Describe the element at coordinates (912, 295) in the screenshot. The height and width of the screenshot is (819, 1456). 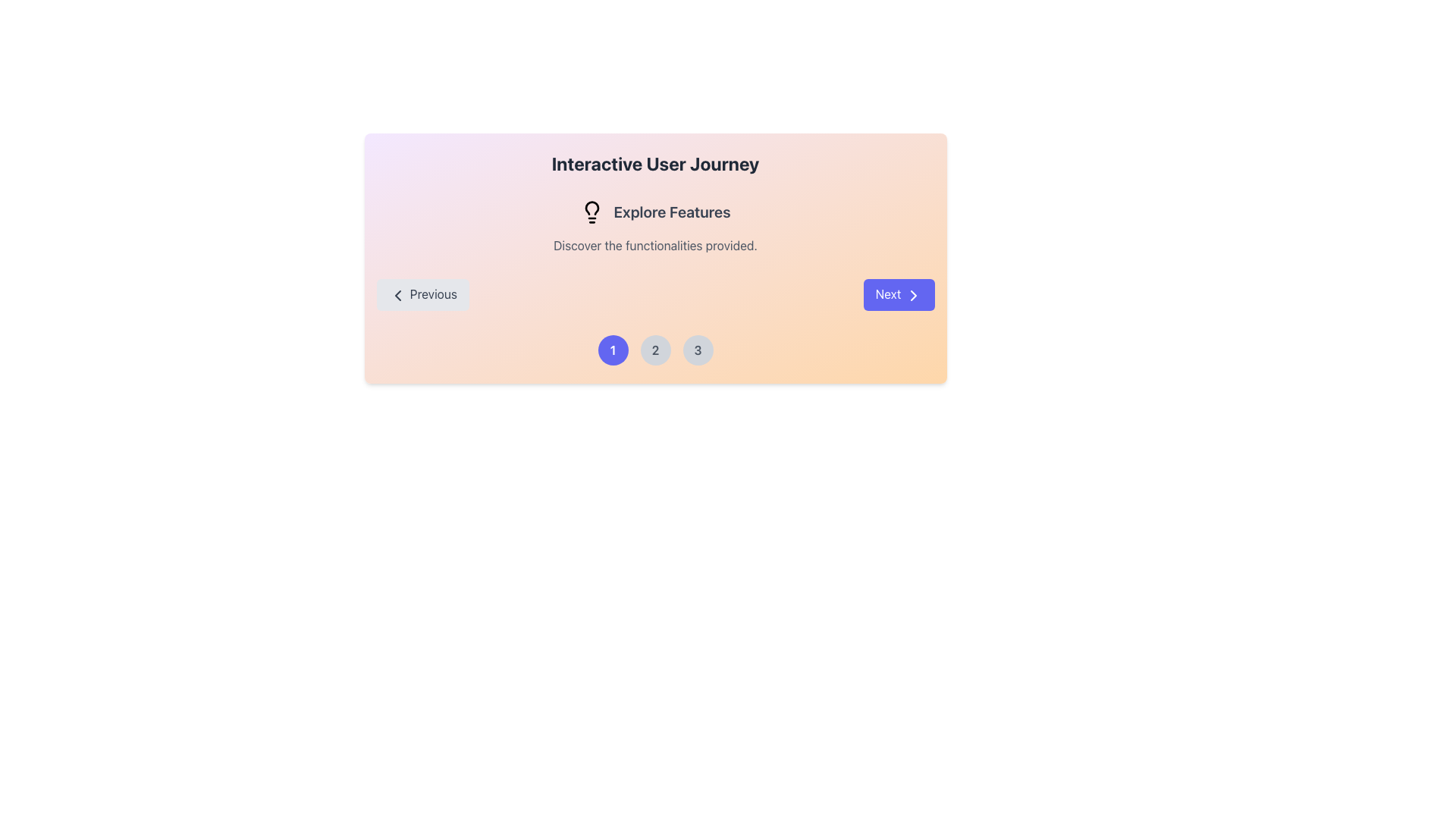
I see `the right-pointing chevron icon inside the blue 'Next' button located at the bottom-right section of the interface` at that location.